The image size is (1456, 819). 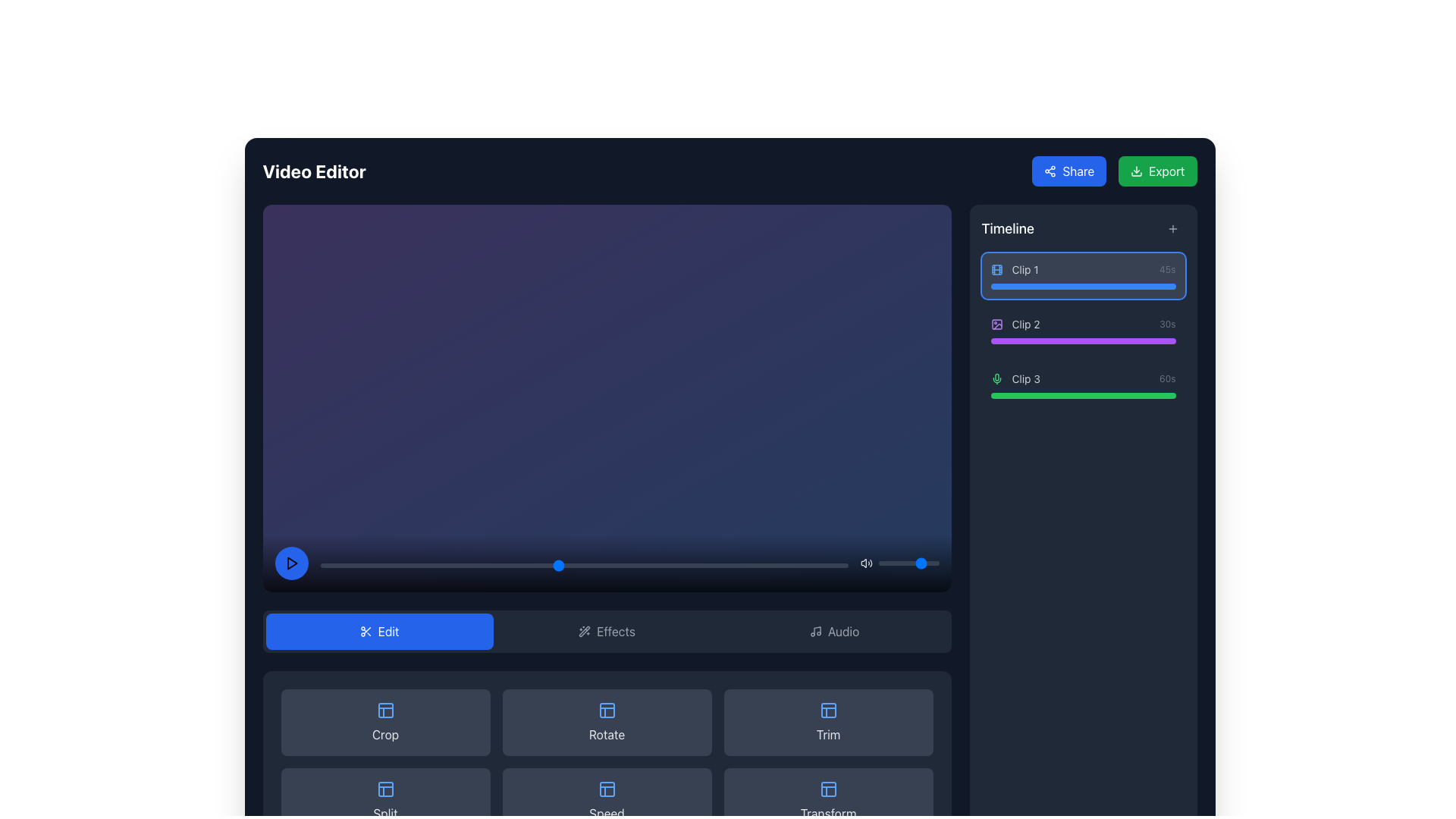 What do you see at coordinates (1082, 378) in the screenshot?
I see `the 'Clip 3' label with the green microphone icon from the timeline section` at bounding box center [1082, 378].